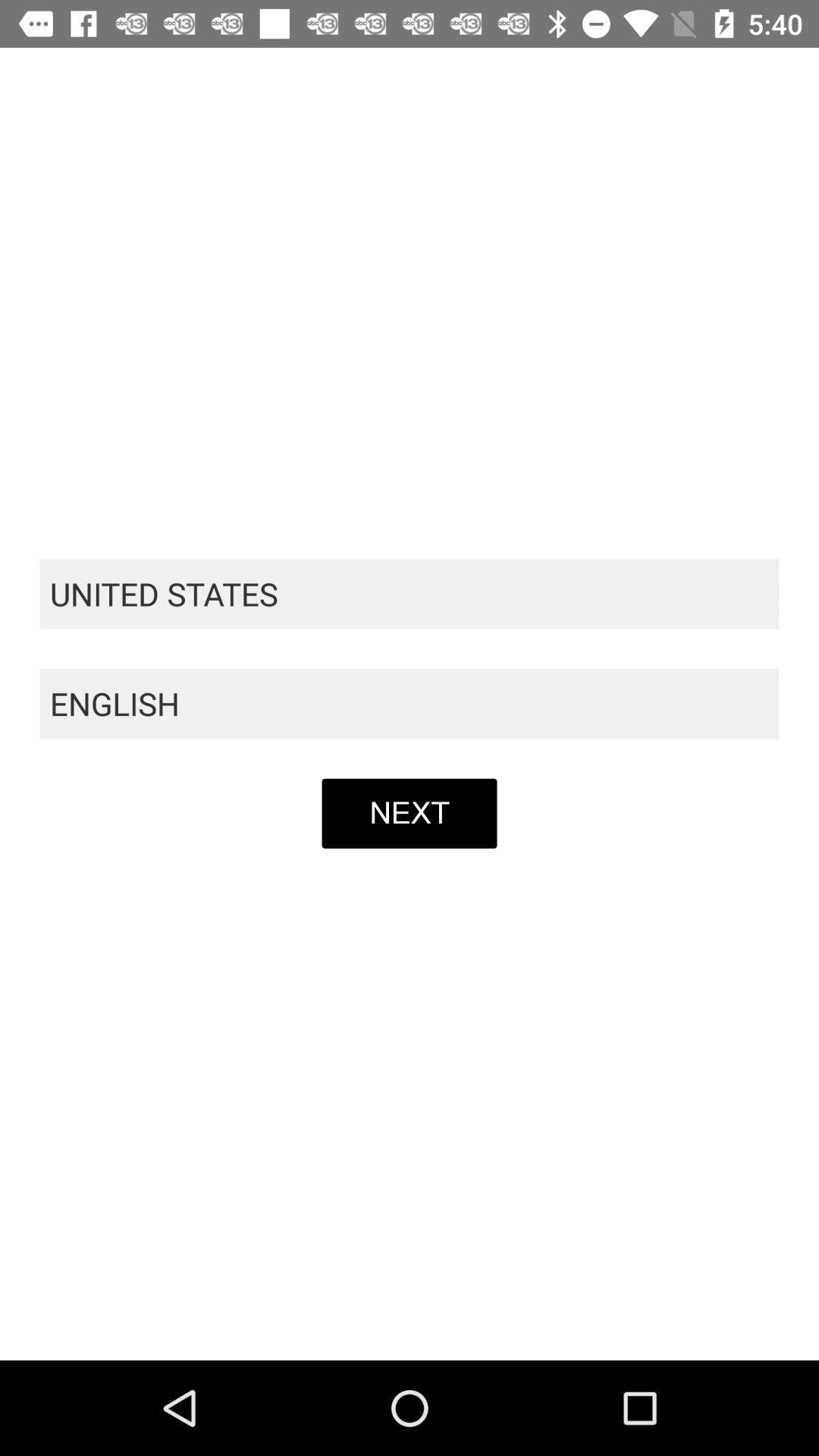 Image resolution: width=819 pixels, height=1456 pixels. Describe the element at coordinates (409, 812) in the screenshot. I see `next` at that location.